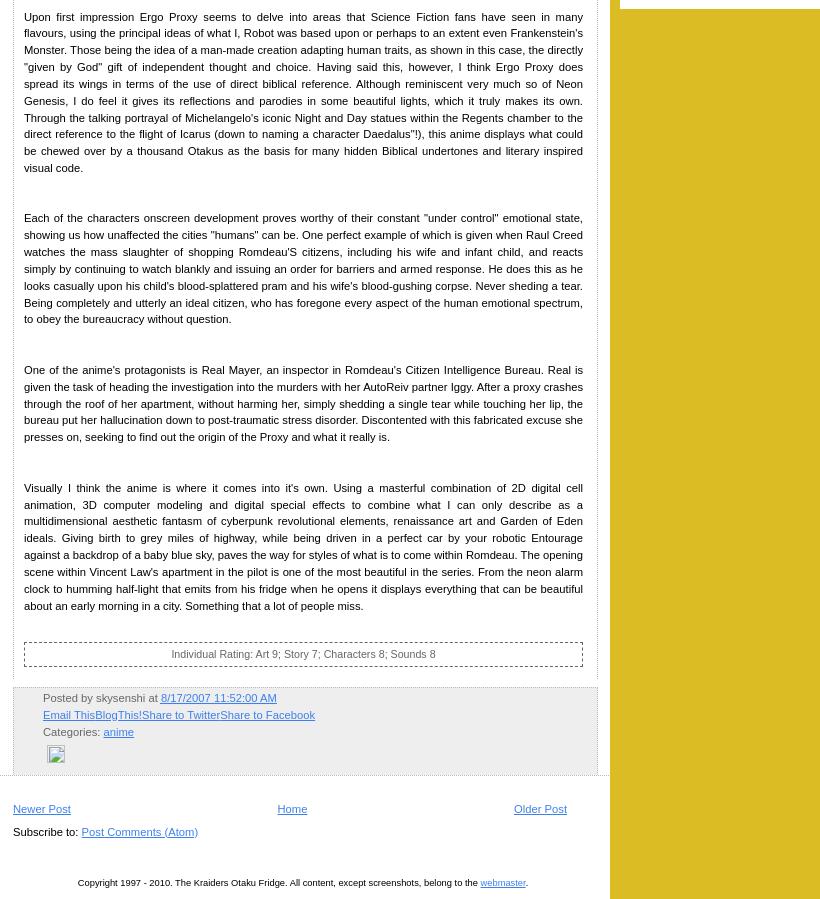 This screenshot has width=820, height=899. I want to click on 'BlogThis!', so click(116, 713).